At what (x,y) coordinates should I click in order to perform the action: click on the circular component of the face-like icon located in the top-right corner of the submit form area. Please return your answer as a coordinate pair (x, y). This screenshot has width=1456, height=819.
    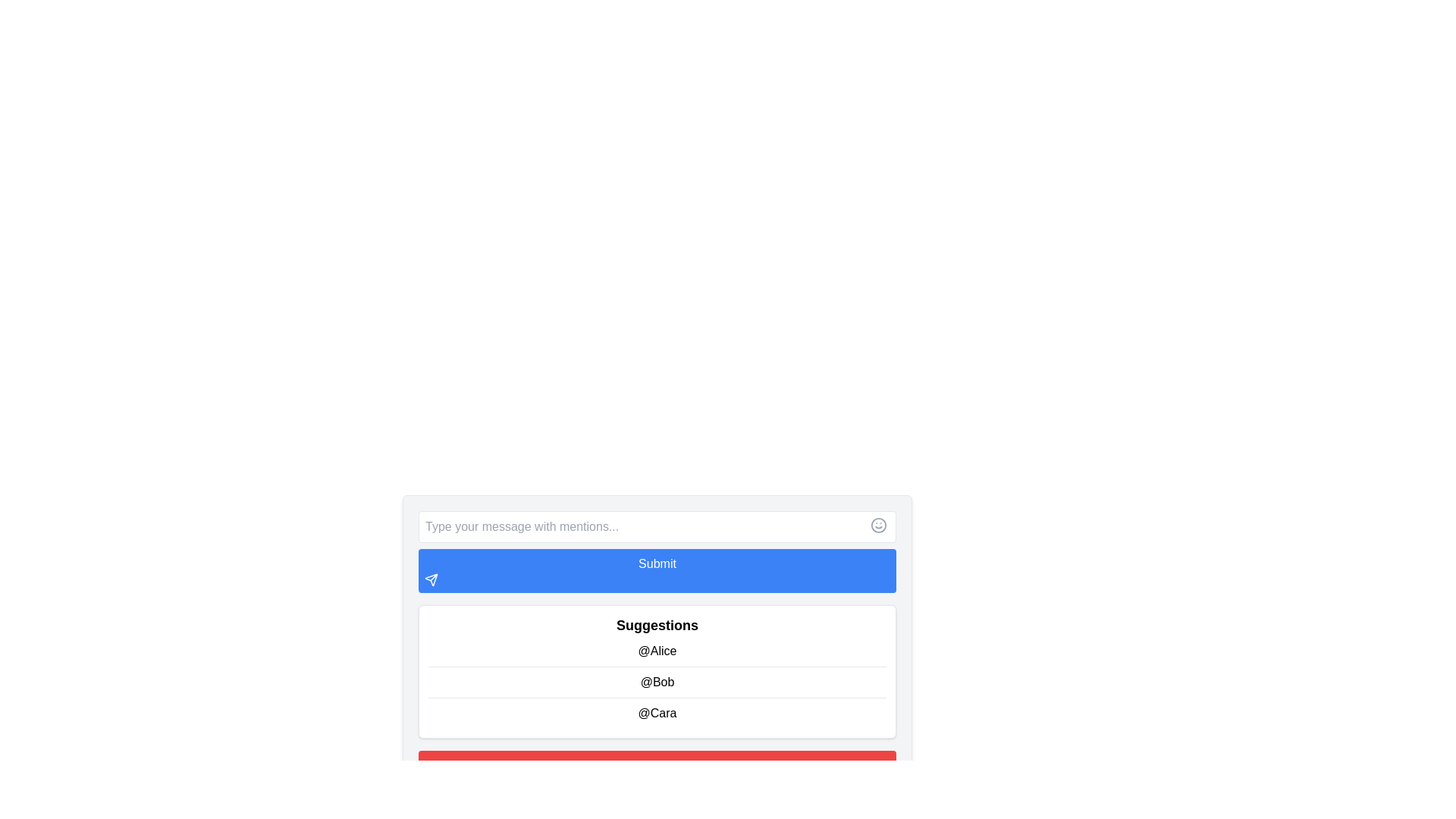
    Looking at the image, I should click on (878, 525).